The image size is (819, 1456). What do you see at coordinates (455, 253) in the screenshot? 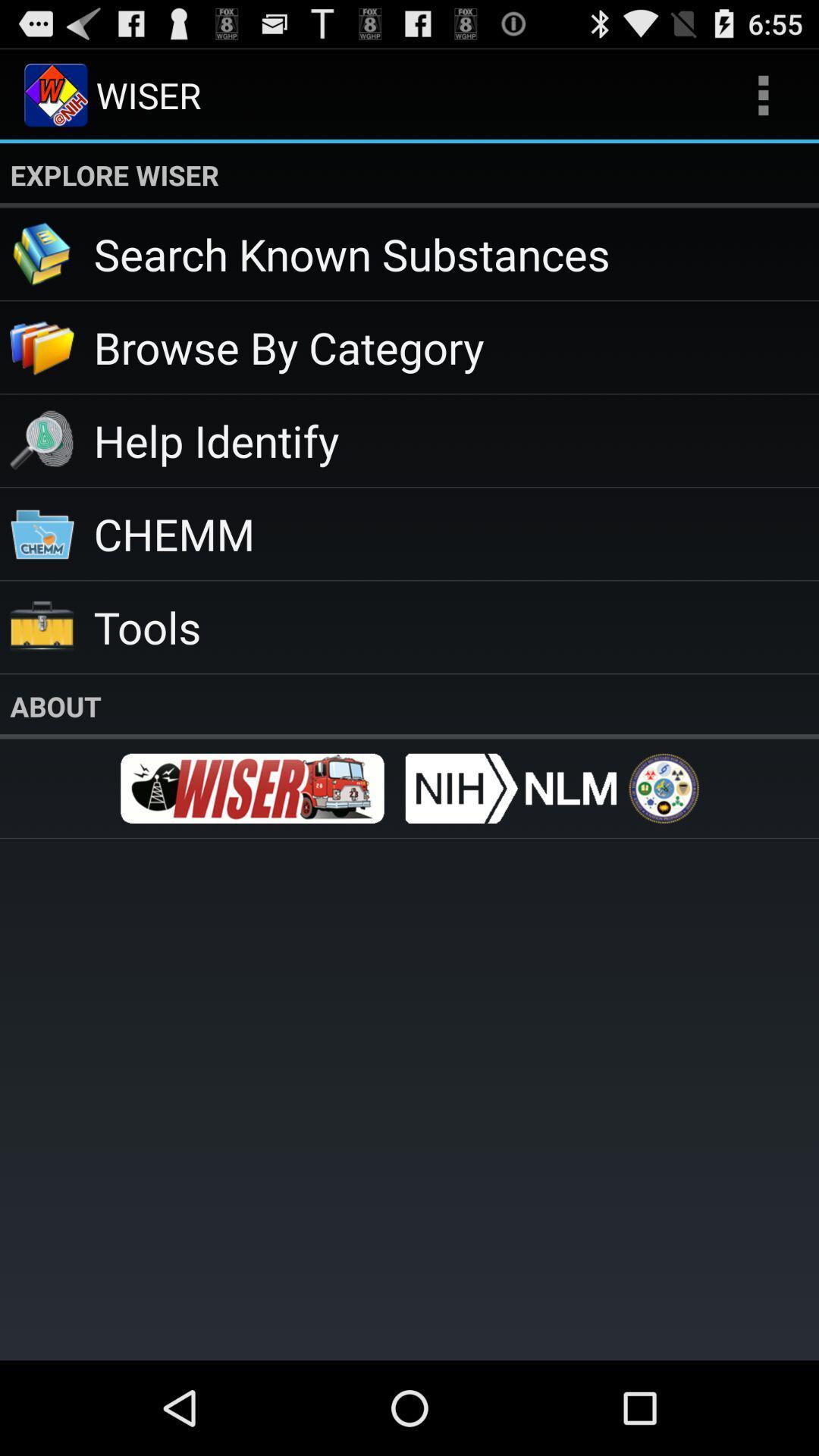
I see `search known substances app` at bounding box center [455, 253].